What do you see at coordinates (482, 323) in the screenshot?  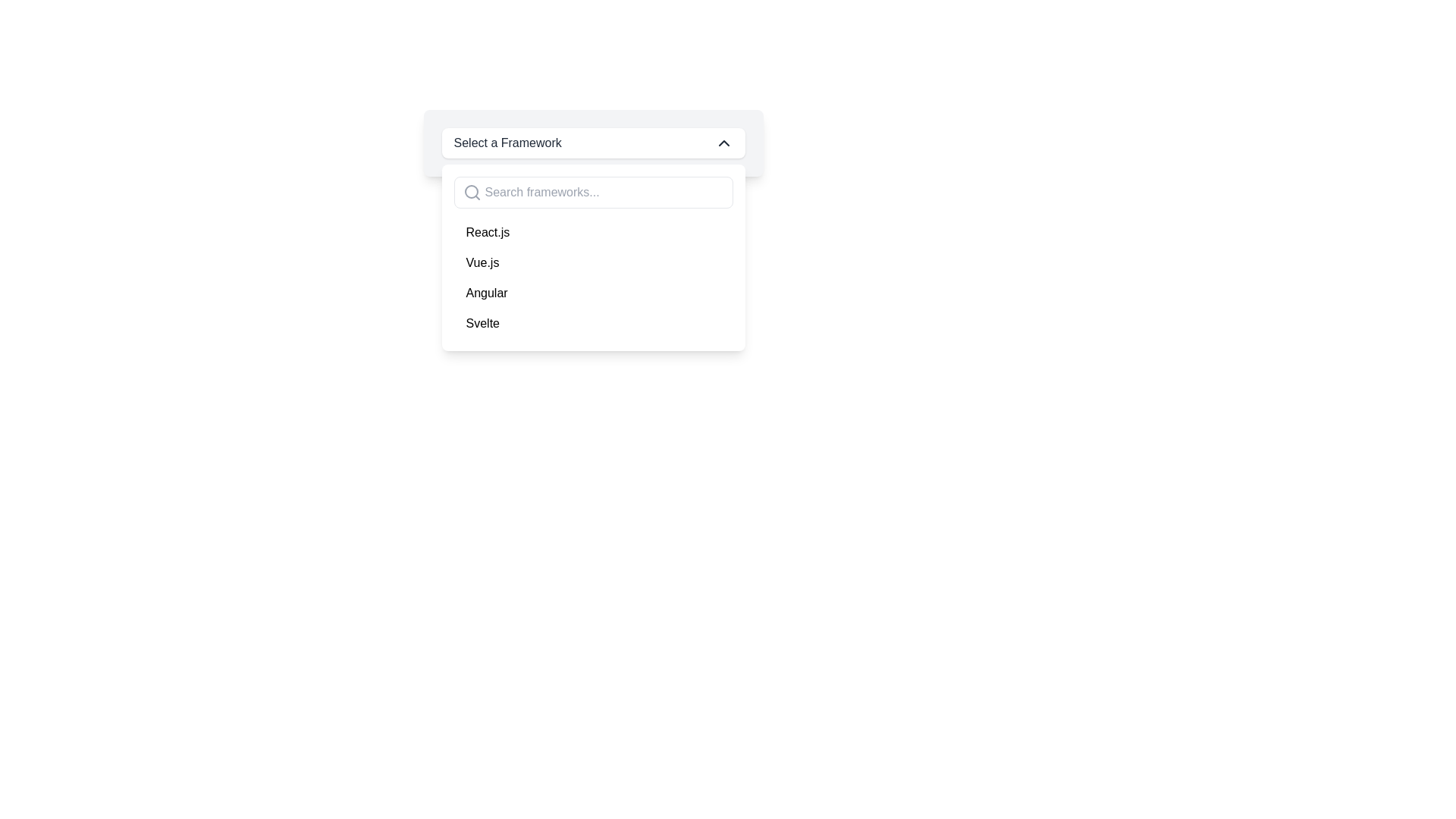 I see `the 'Svelte' text label, which is the fourth item in the dropdown list of framework names` at bounding box center [482, 323].